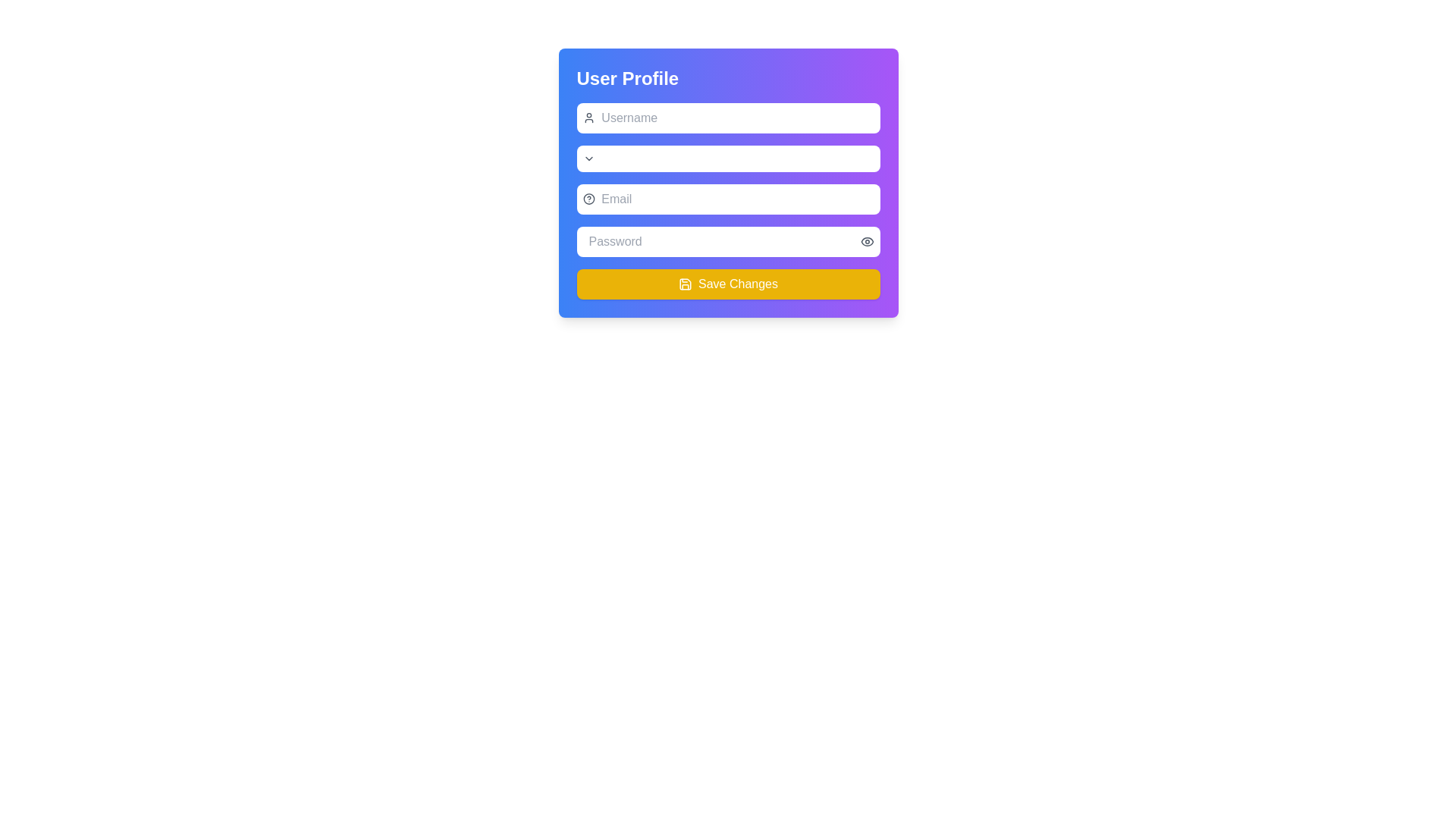 The height and width of the screenshot is (819, 1456). I want to click on the save icon located inside the yellow 'Save Changes' button at the bottom of the user profile form, so click(684, 284).